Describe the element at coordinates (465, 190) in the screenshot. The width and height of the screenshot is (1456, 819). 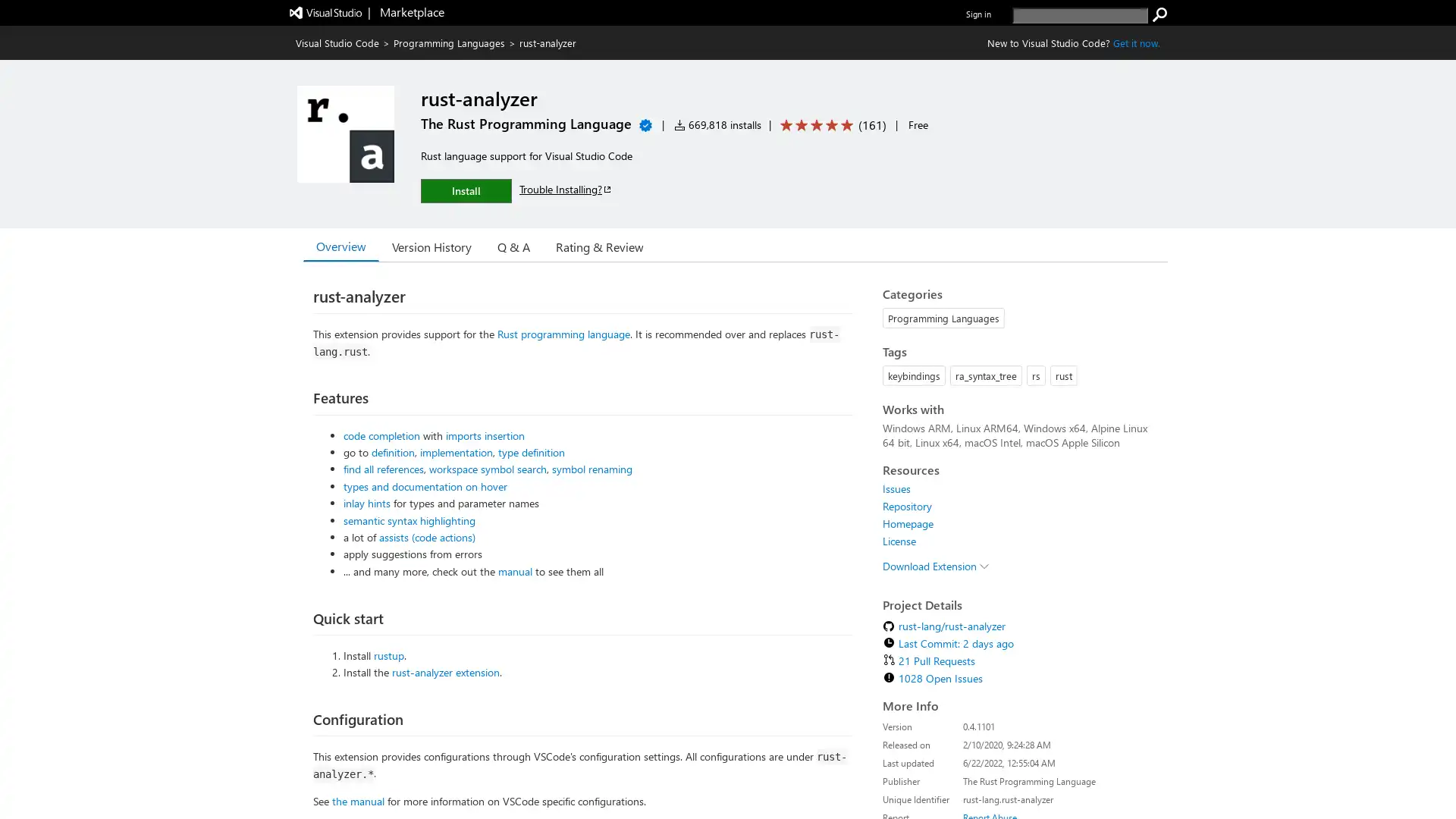
I see `Install` at that location.